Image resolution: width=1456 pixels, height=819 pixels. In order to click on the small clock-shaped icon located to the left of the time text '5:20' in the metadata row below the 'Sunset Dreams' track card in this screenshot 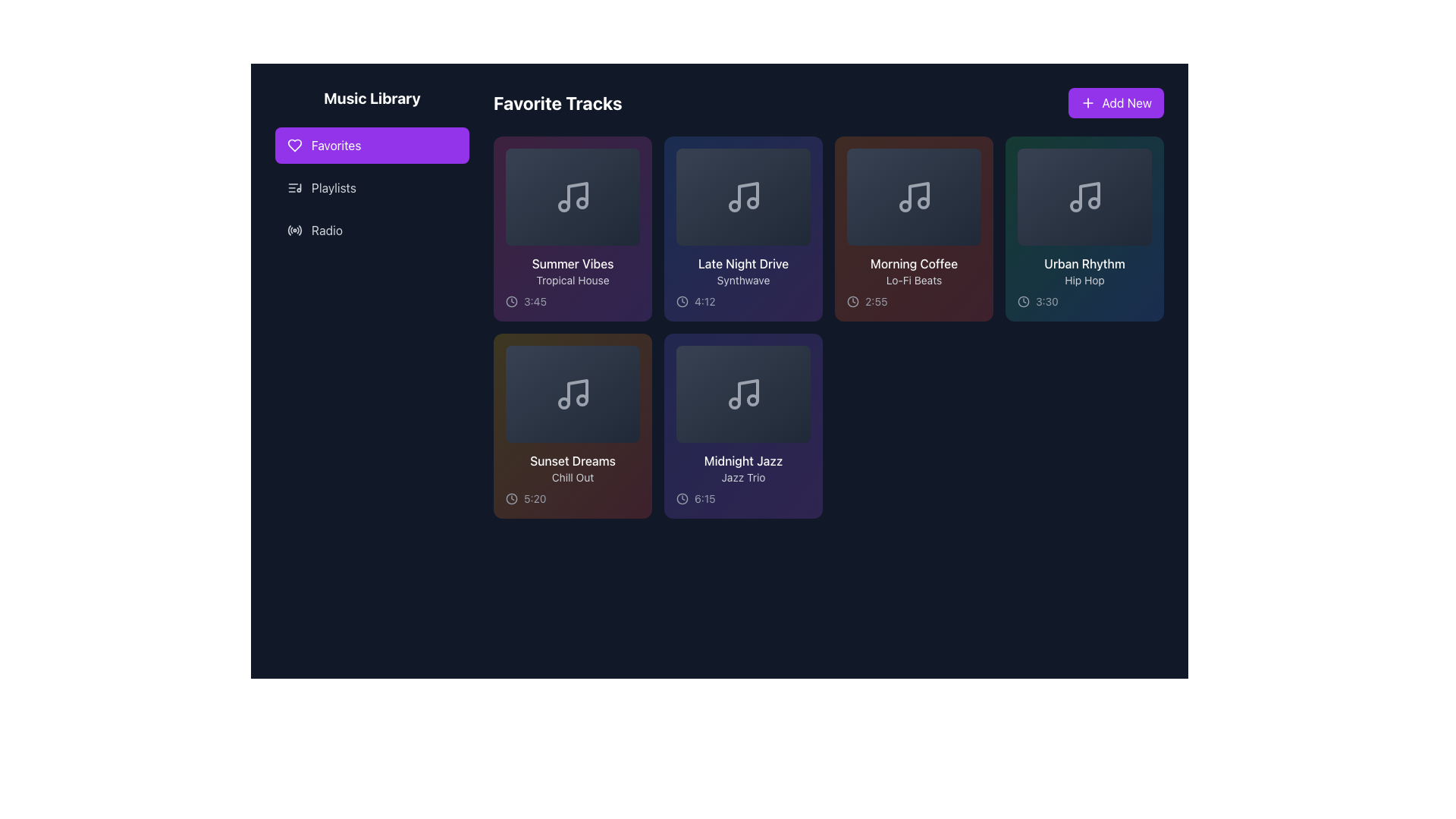, I will do `click(512, 499)`.